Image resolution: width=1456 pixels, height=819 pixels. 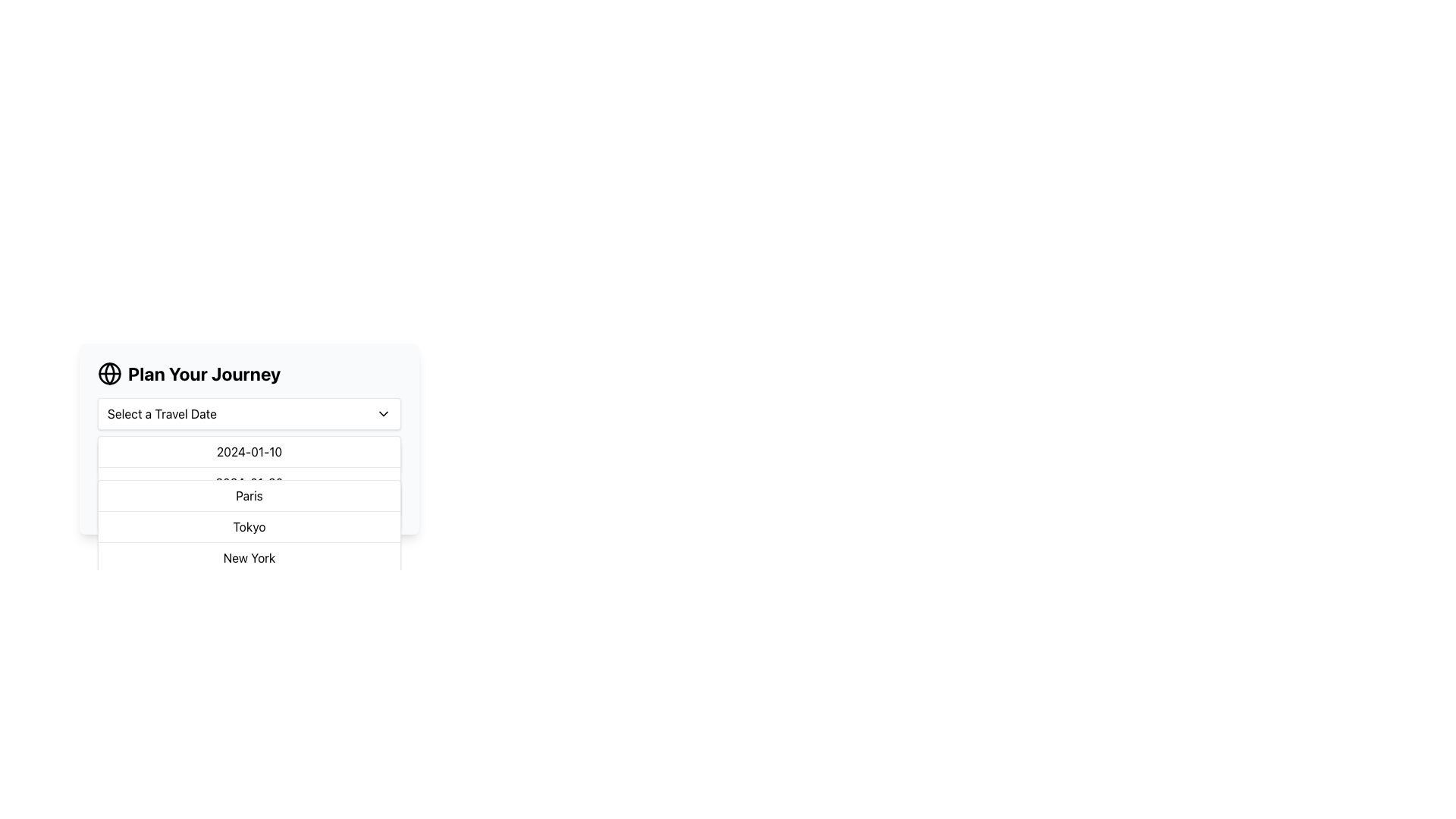 I want to click on the option in the dropdown menu, so click(x=249, y=526).